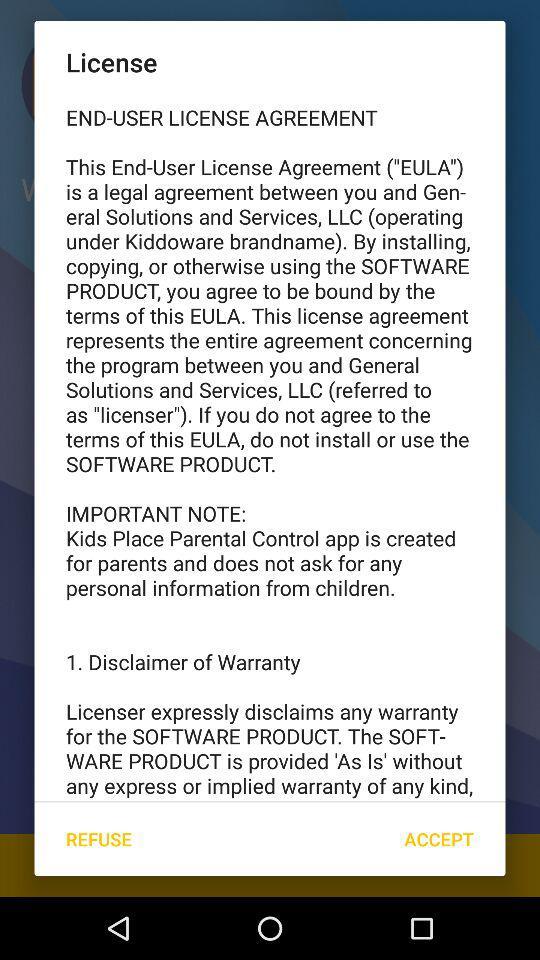 The image size is (540, 960). I want to click on the refuse, so click(97, 839).